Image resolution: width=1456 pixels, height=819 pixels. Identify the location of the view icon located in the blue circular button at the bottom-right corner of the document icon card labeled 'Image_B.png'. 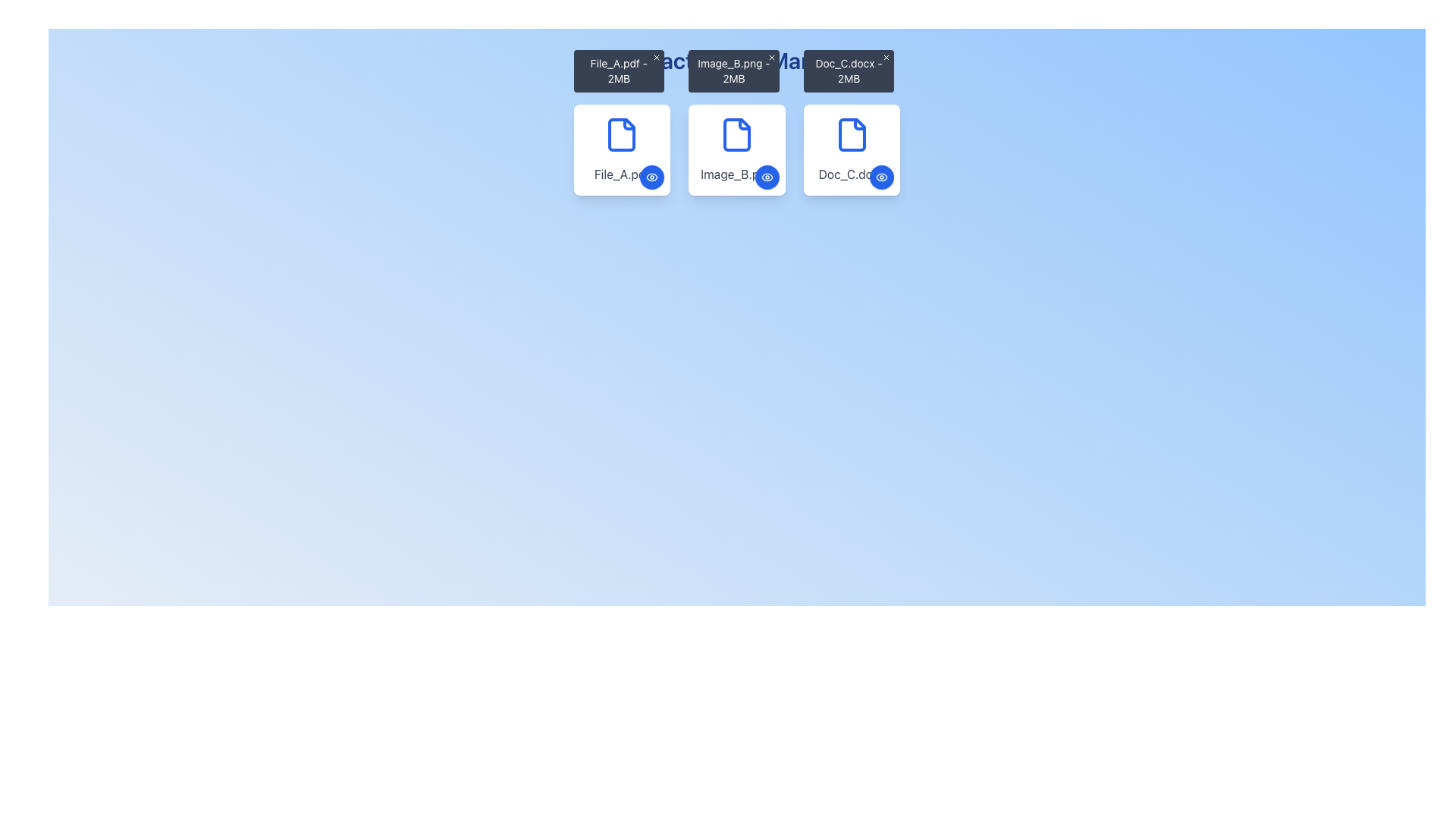
(767, 177).